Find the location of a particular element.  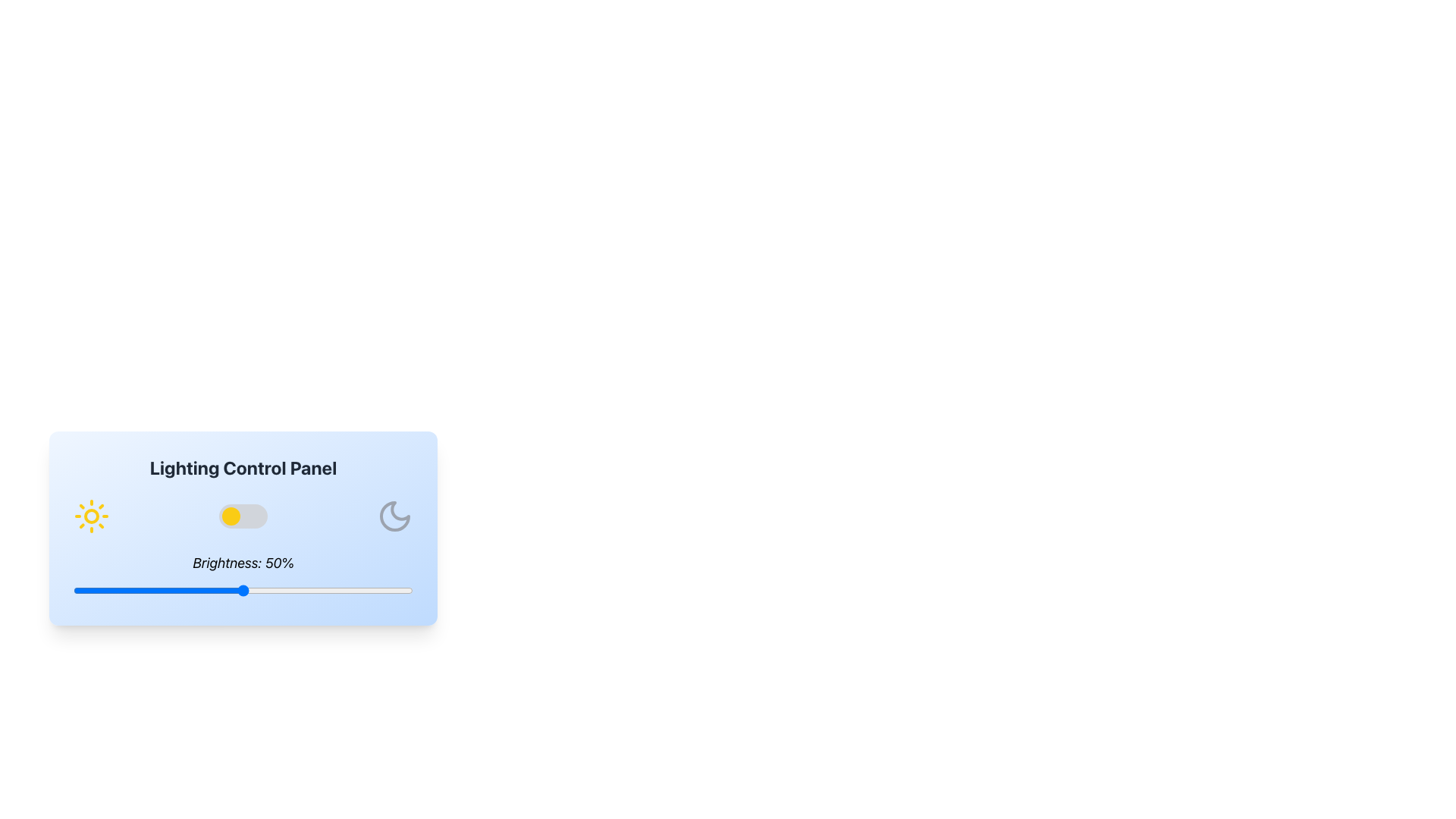

the brightness level is located at coordinates (191, 590).